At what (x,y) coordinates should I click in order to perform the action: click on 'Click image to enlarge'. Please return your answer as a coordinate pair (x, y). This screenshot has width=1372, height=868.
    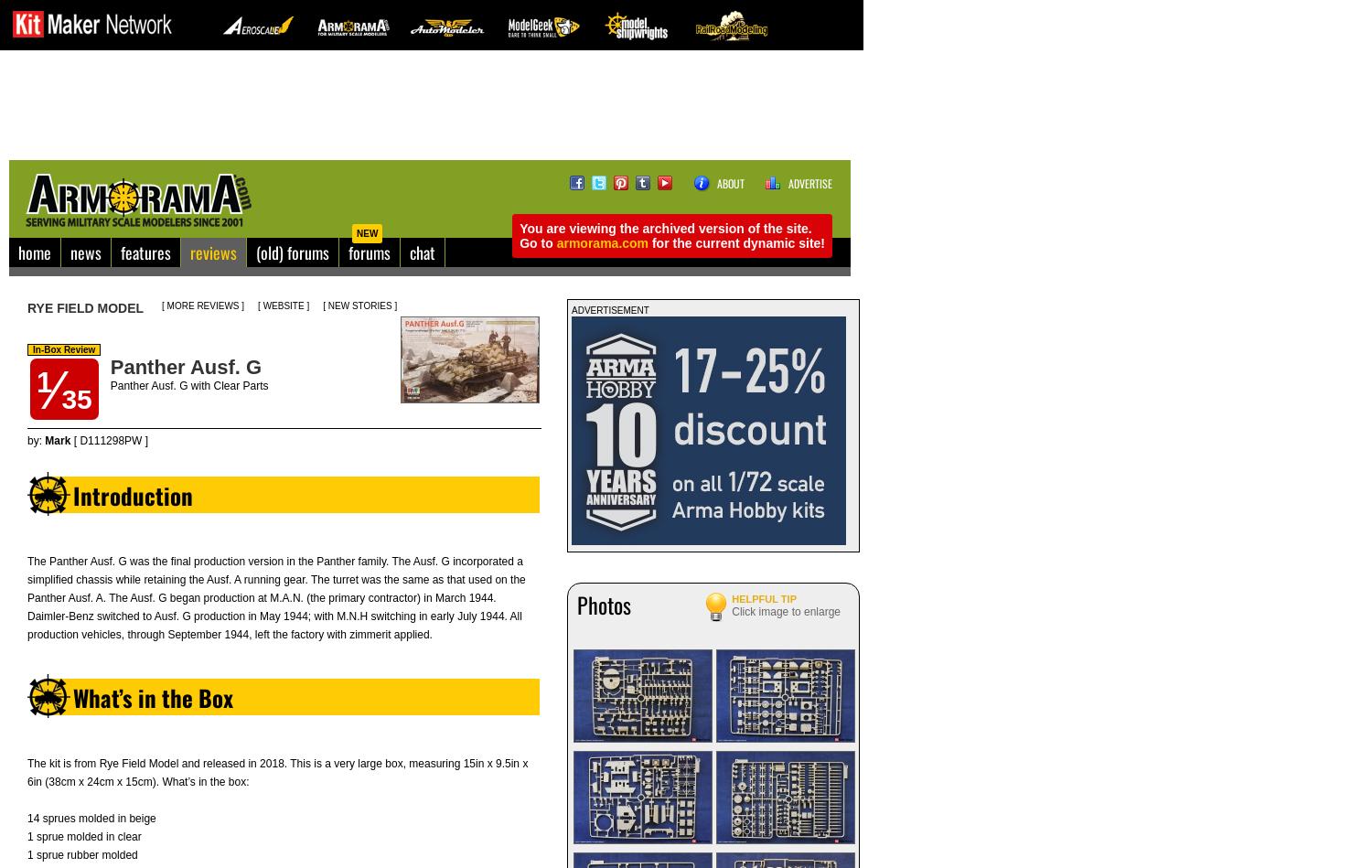
    Looking at the image, I should click on (731, 612).